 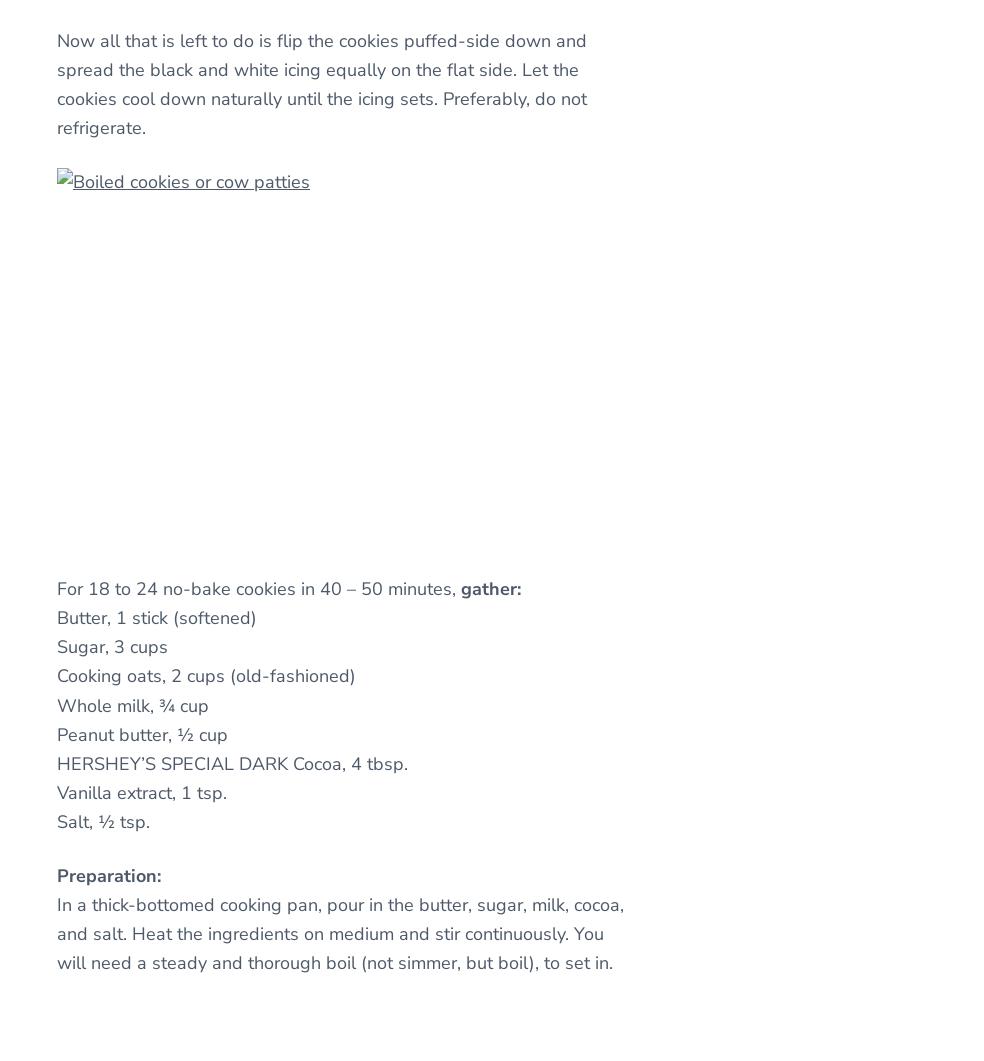 I want to click on 'Preparation:', so click(x=55, y=875).